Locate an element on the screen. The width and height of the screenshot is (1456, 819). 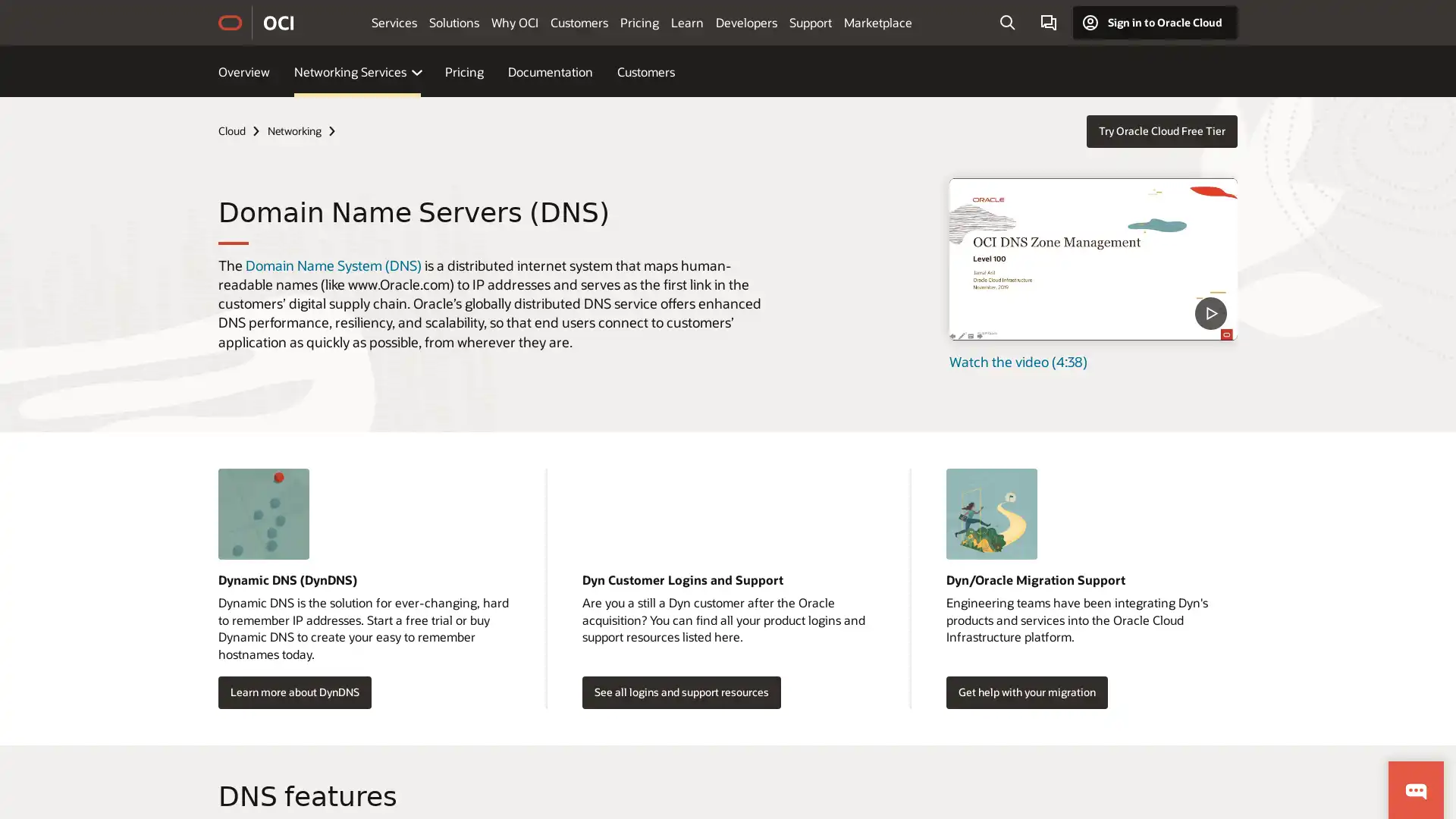
Learn is located at coordinates (686, 22).